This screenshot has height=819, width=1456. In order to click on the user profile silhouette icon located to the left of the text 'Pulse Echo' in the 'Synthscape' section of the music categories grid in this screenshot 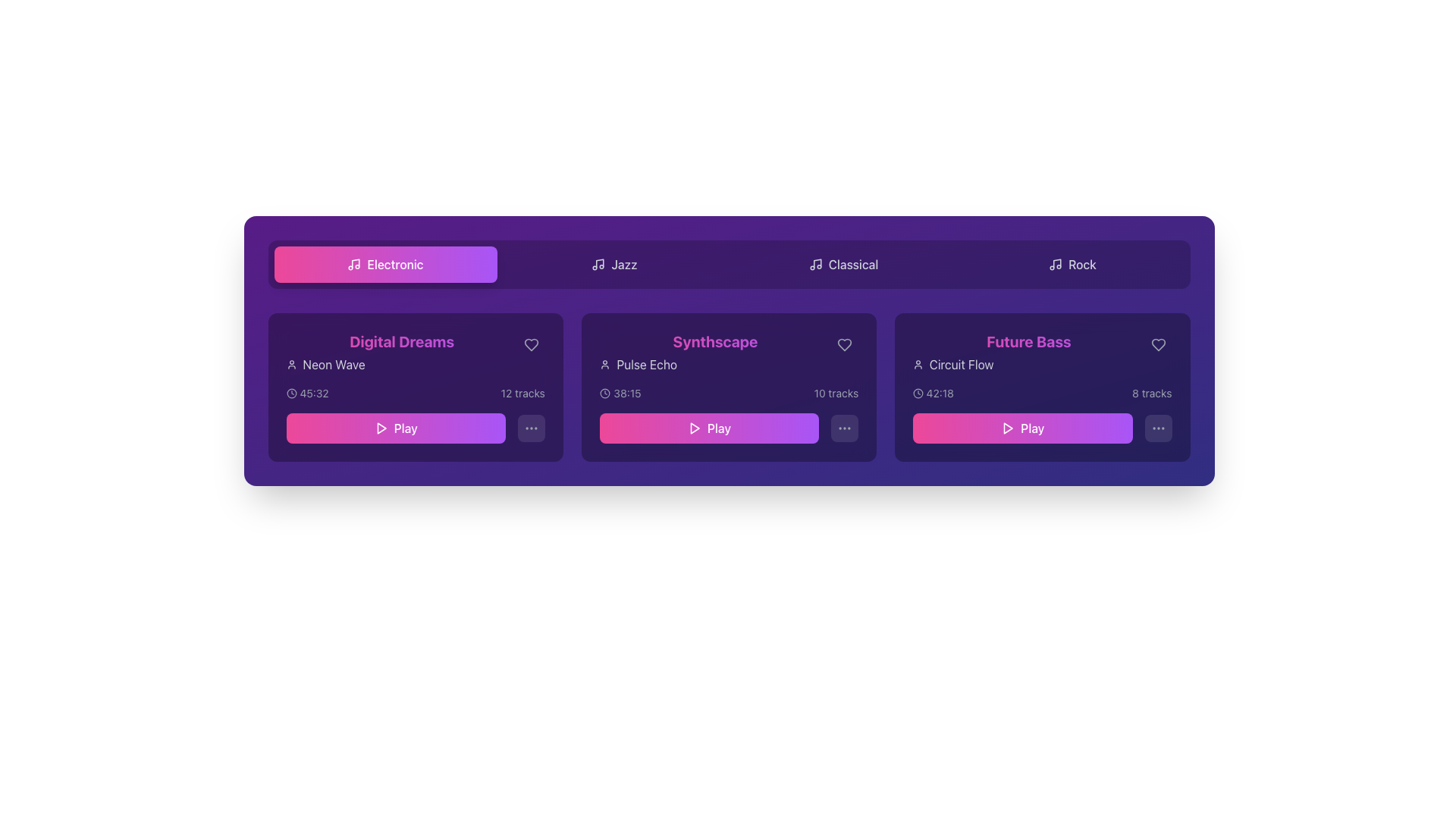, I will do `click(604, 365)`.